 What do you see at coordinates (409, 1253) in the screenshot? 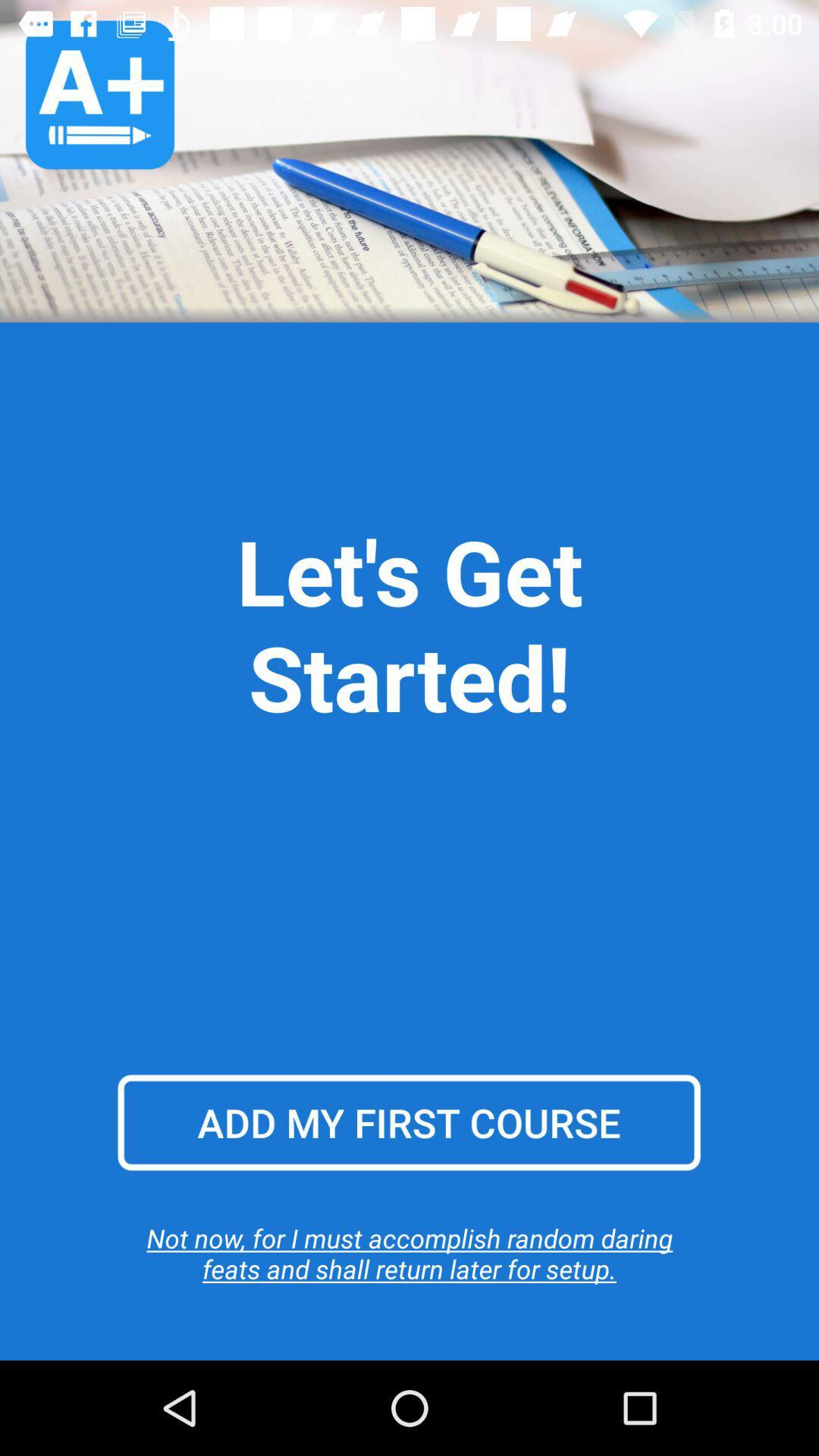
I see `icon below the add my first item` at bounding box center [409, 1253].